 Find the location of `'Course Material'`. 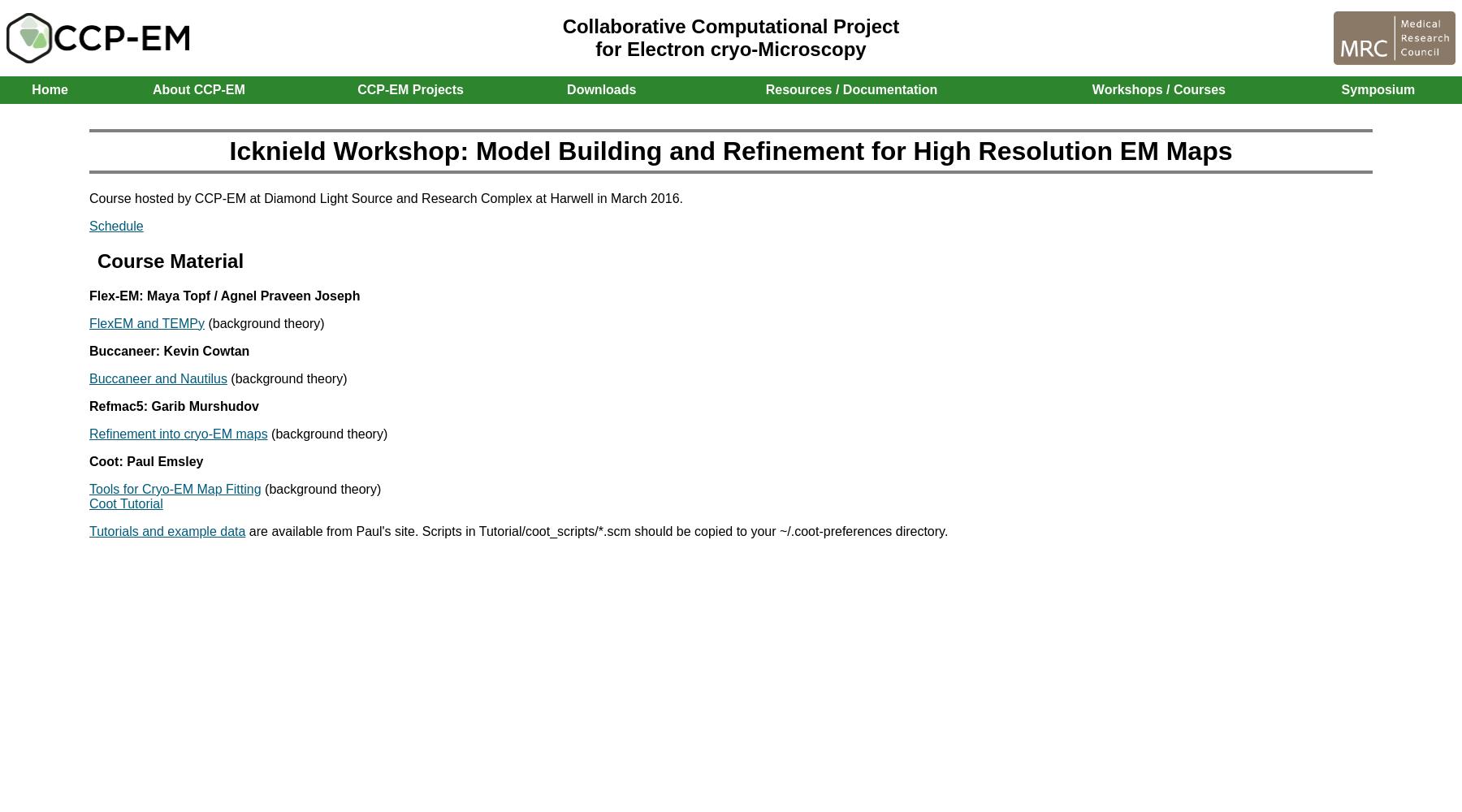

'Course Material' is located at coordinates (171, 259).